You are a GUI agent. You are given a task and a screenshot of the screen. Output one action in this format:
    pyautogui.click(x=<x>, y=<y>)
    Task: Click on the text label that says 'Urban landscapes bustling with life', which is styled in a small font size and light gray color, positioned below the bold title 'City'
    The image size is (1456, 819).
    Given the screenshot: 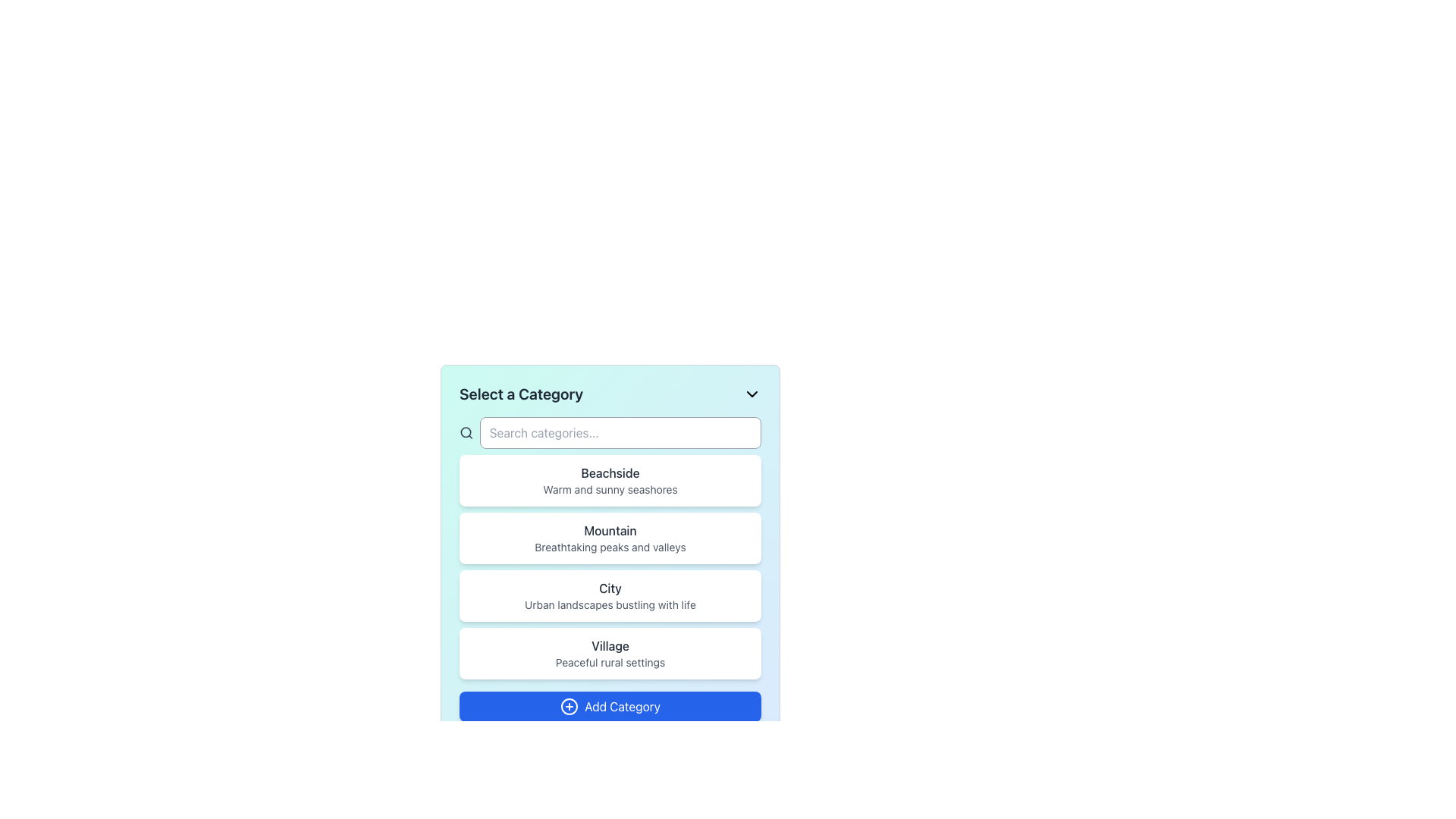 What is the action you would take?
    pyautogui.click(x=610, y=604)
    